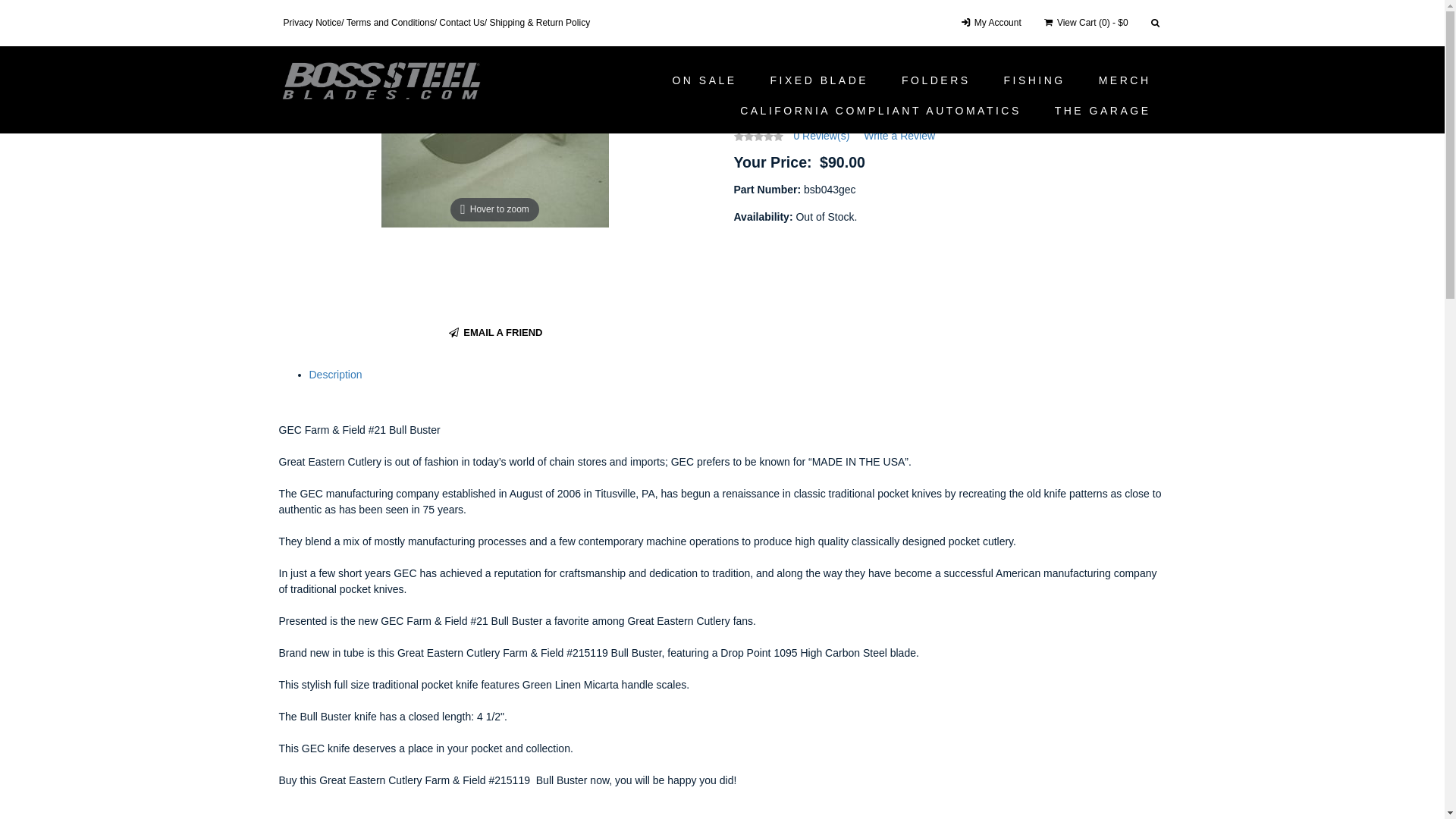 Image resolution: width=1456 pixels, height=819 pixels. Describe the element at coordinates (935, 80) in the screenshot. I see `'FOLDERS'` at that location.